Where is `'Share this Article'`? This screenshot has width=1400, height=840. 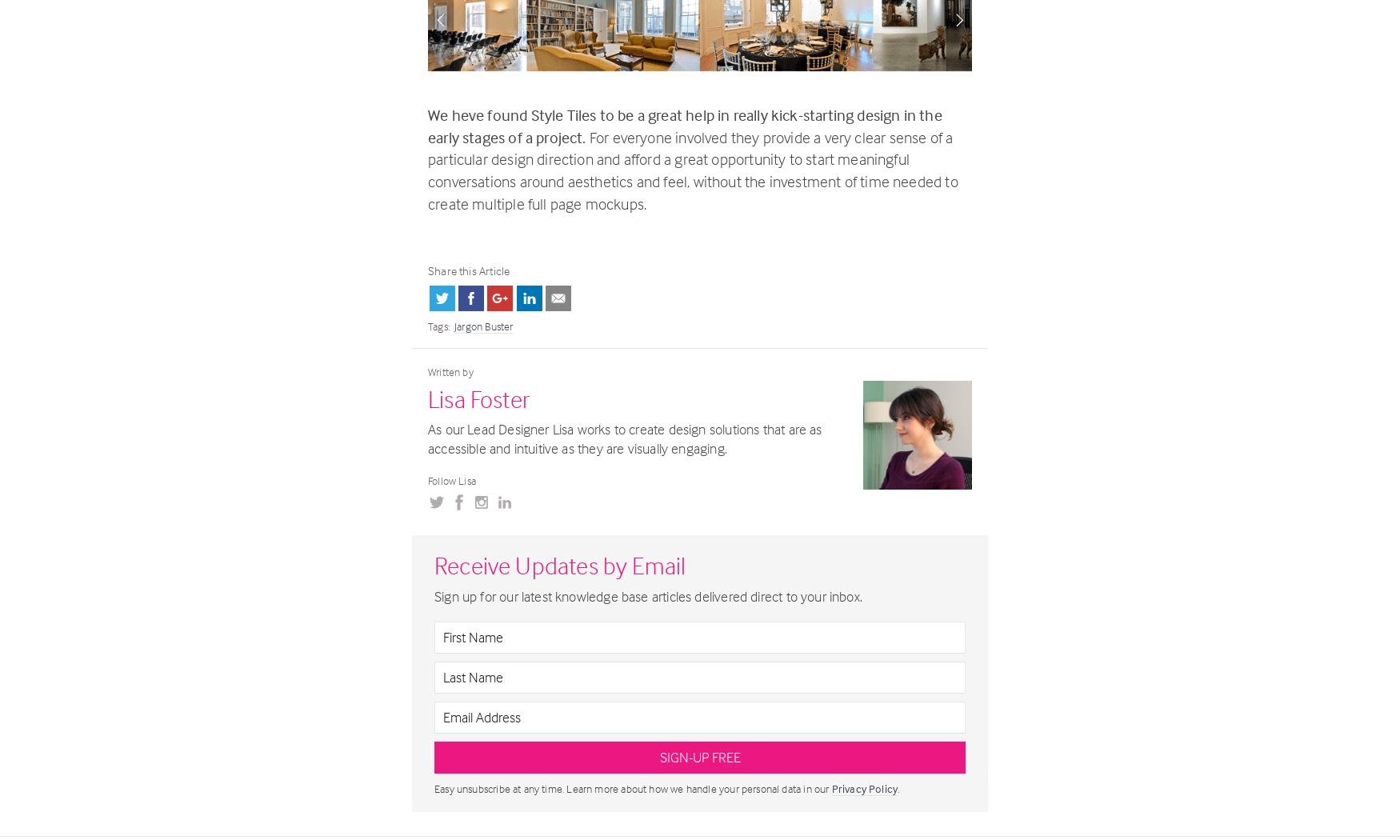
'Share this Article' is located at coordinates (469, 270).